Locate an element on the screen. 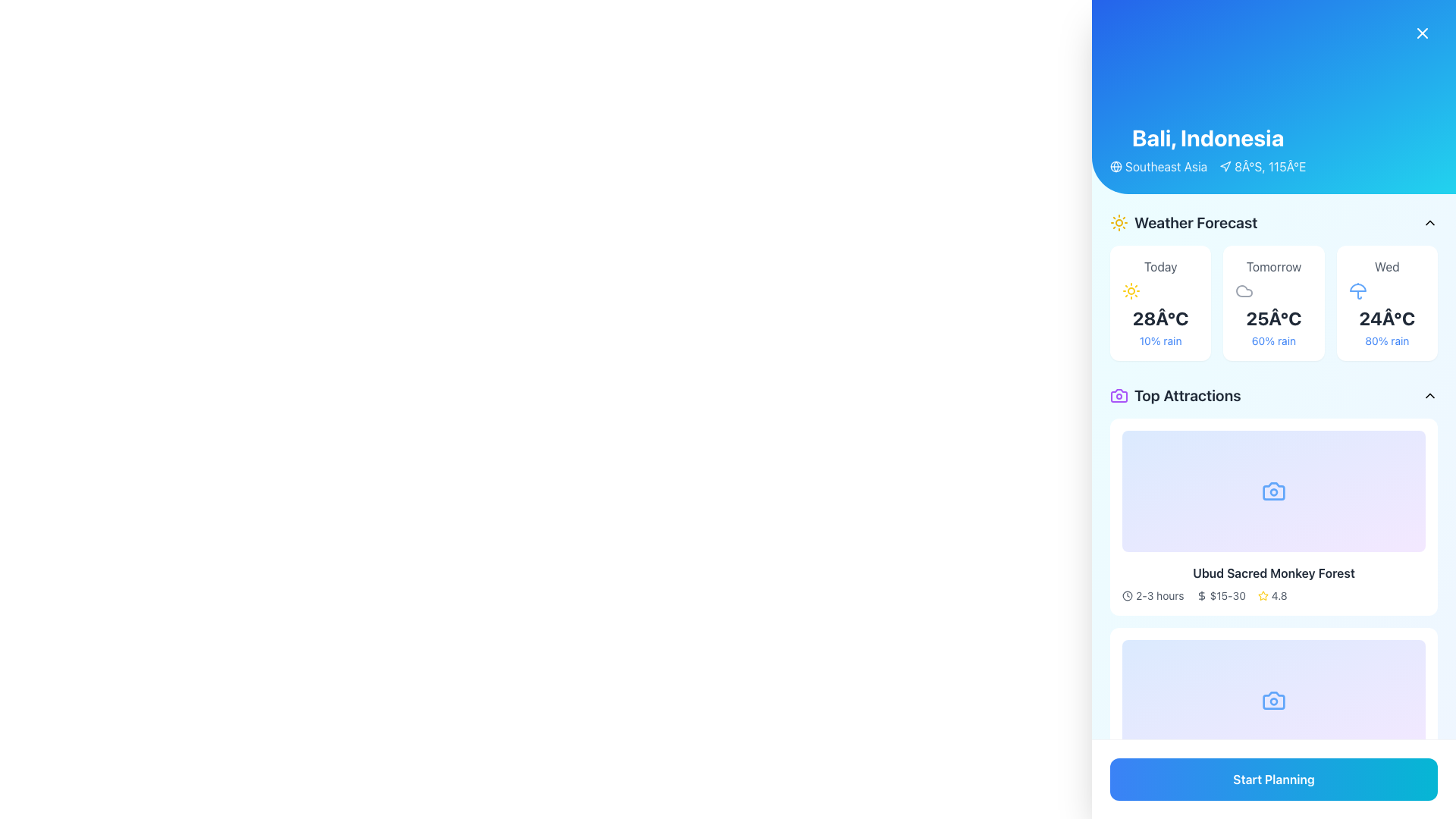  the weather icon representing cloudy conditions in the 'Tomorrow' section of the 'Weather Forecast' is located at coordinates (1244, 291).